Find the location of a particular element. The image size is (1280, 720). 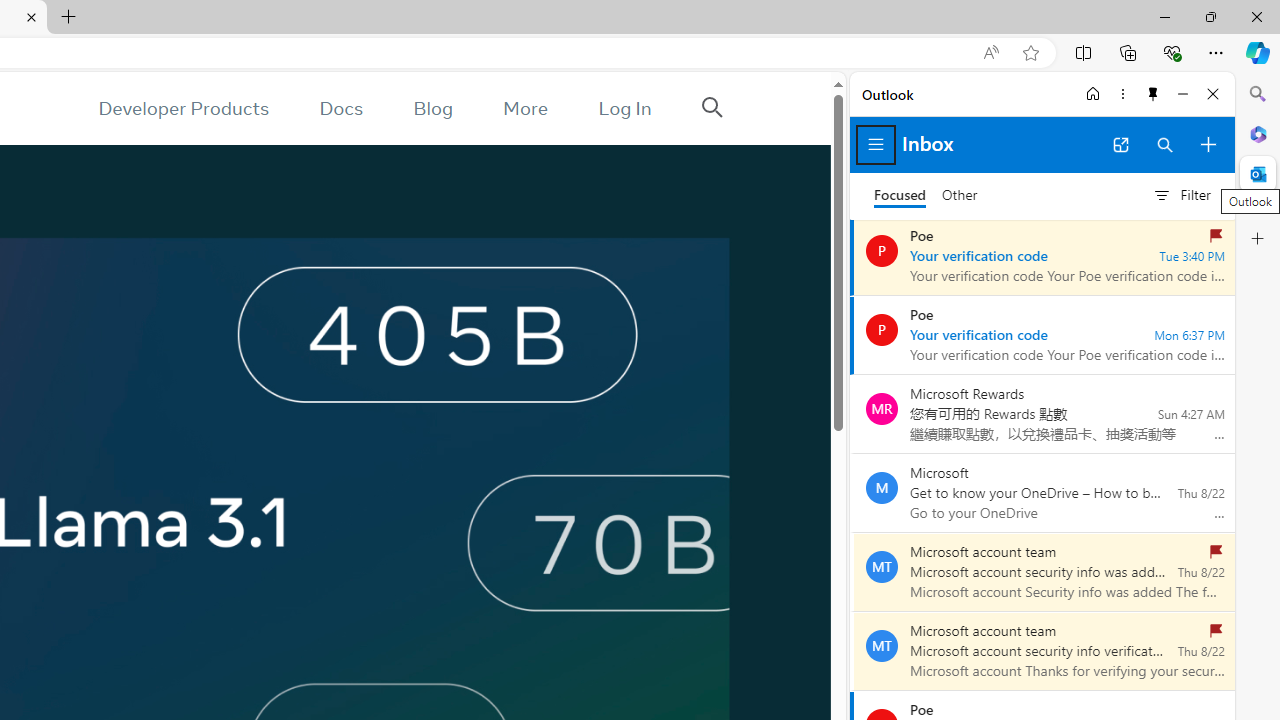

'Microsoft 365' is located at coordinates (1257, 133).